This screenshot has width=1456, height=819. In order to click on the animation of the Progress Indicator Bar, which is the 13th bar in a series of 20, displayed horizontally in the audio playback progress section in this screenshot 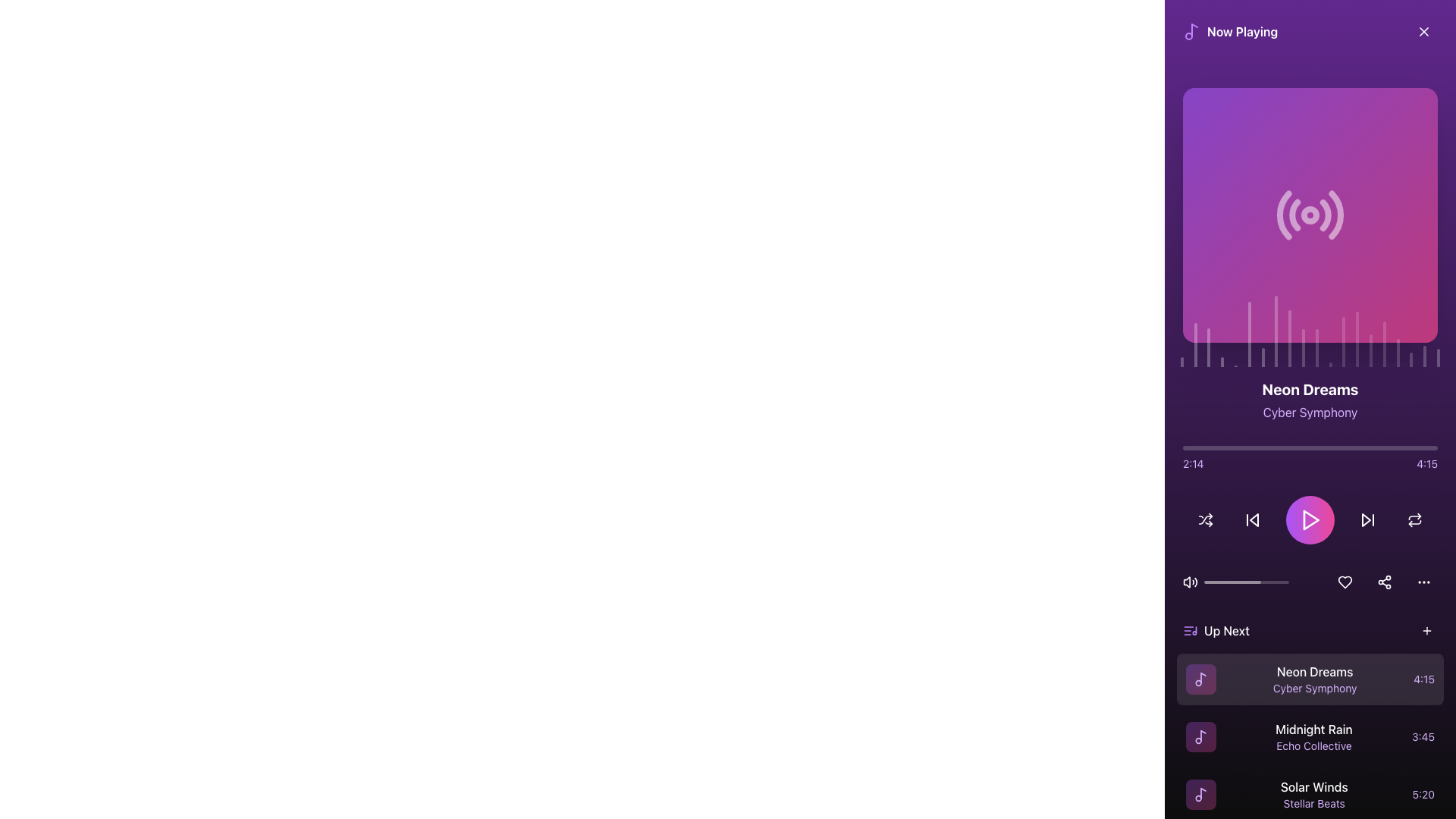, I will do `click(1344, 342)`.